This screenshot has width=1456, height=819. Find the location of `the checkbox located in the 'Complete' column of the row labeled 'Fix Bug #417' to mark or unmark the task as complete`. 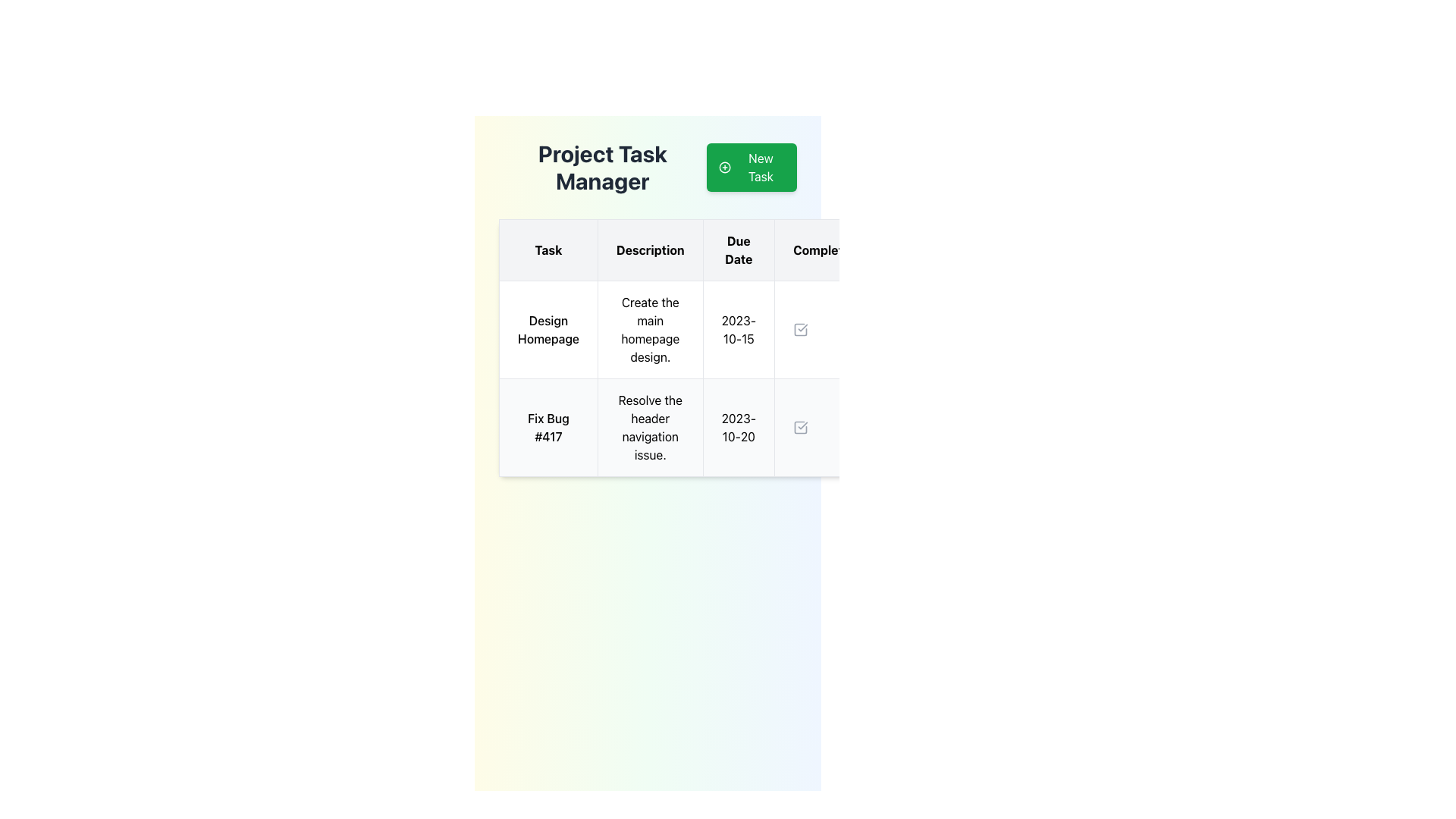

the checkbox located in the 'Complete' column of the row labeled 'Fix Bug #417' to mark or unmark the task as complete is located at coordinates (821, 427).